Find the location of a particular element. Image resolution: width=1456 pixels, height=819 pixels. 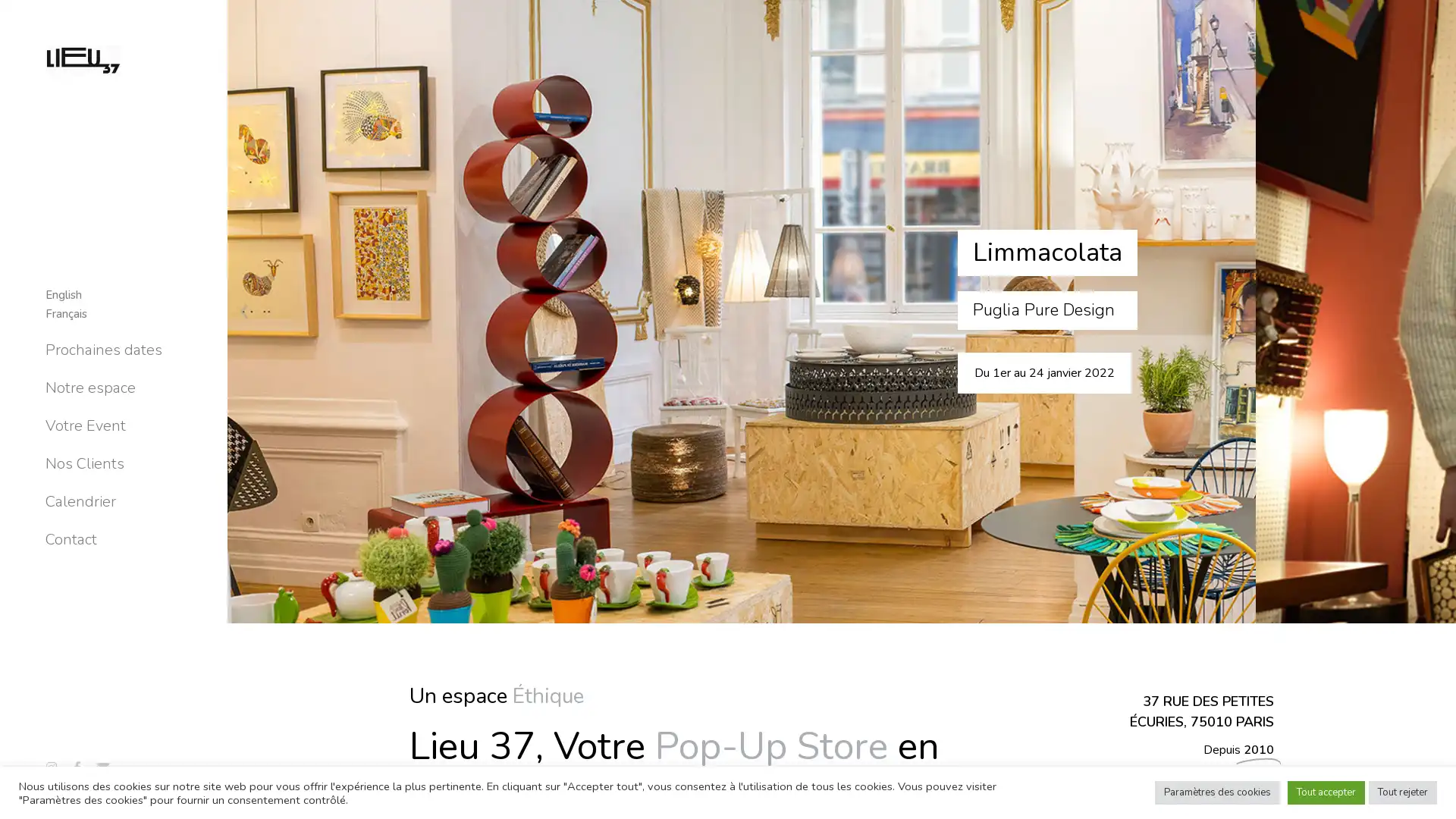

Tout accepter is located at coordinates (1325, 792).